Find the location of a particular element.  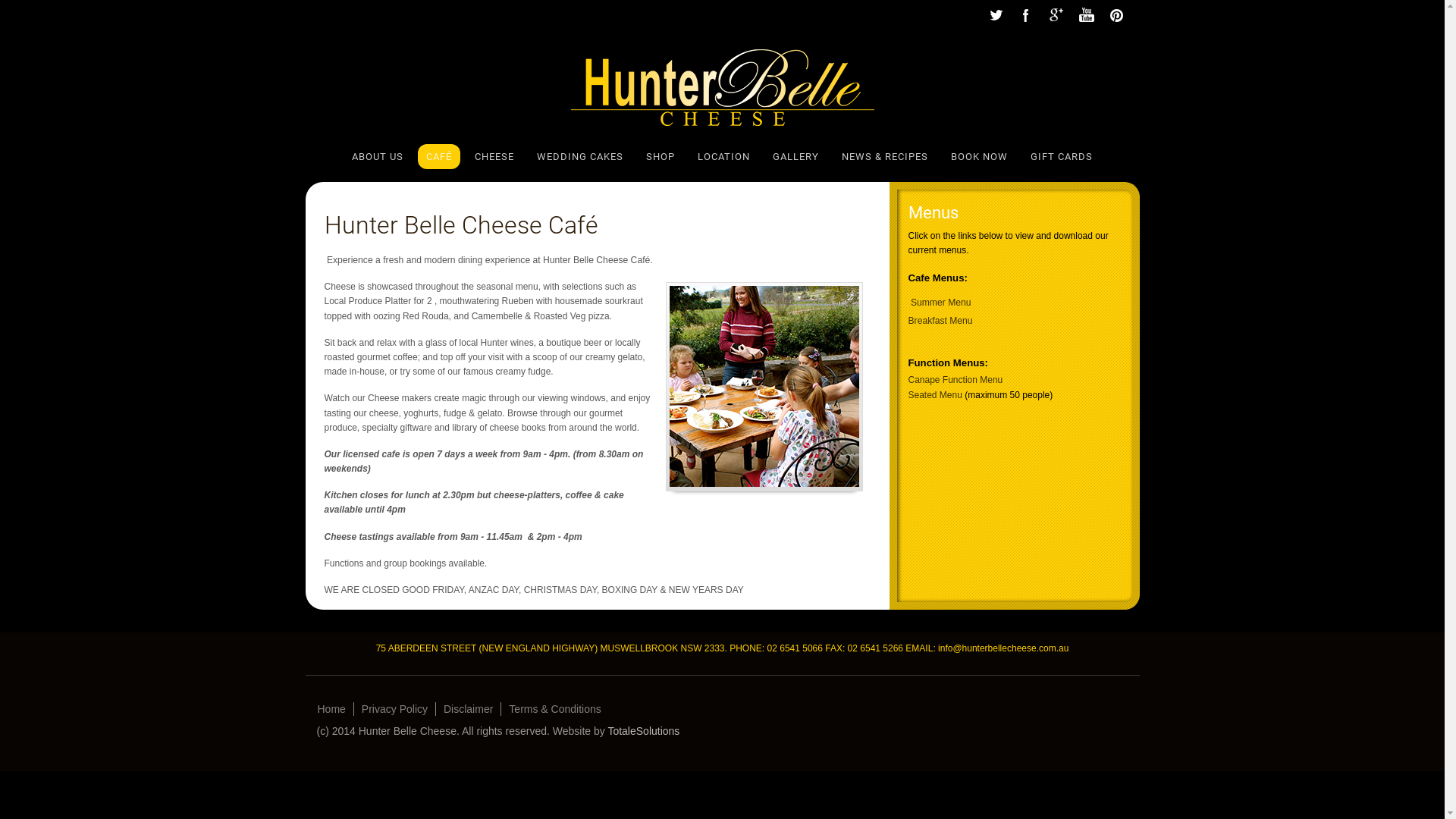

'BOOK NOW' is located at coordinates (979, 156).